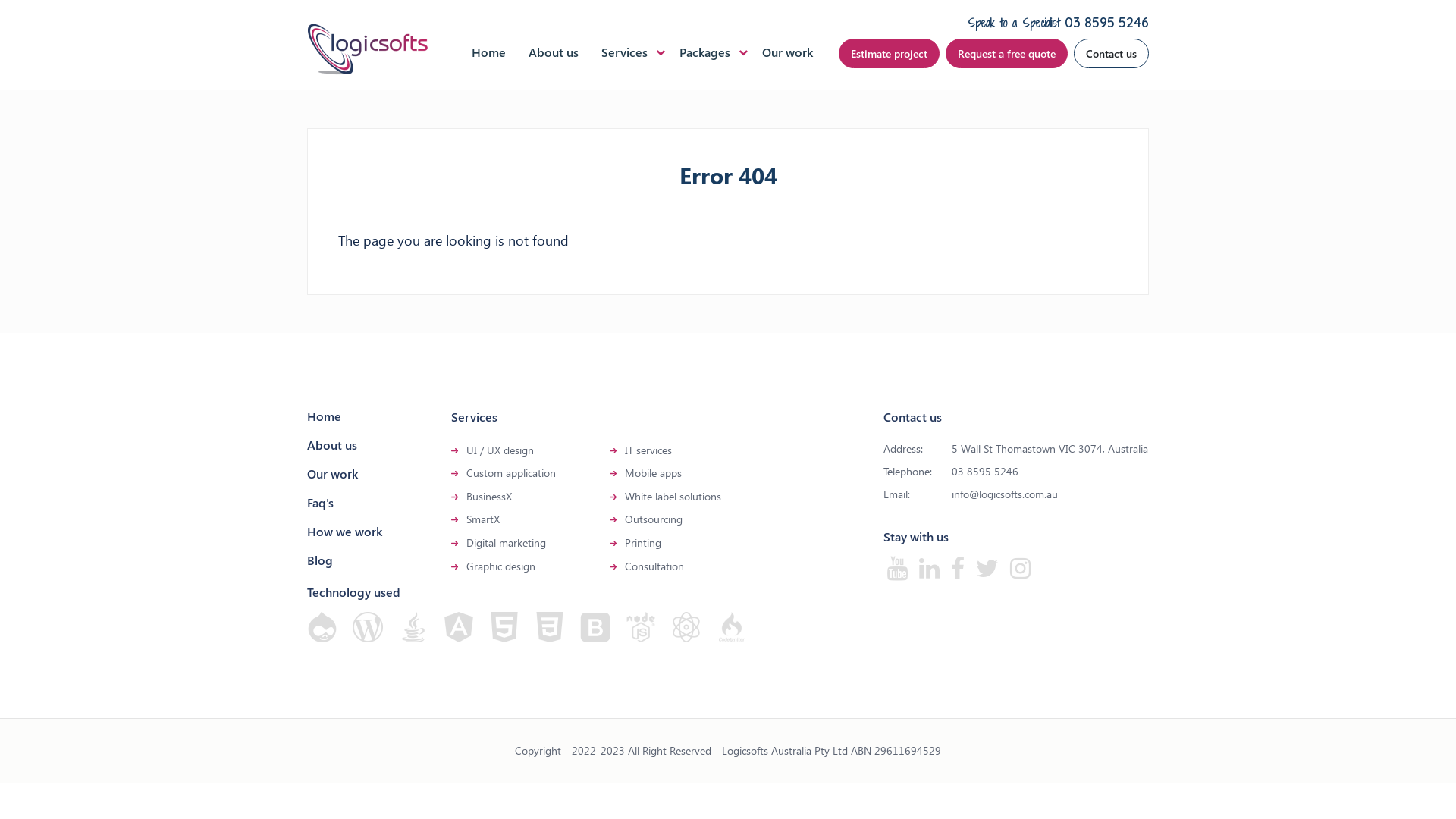 The image size is (1456, 819). I want to click on 'SmartX', so click(482, 518).